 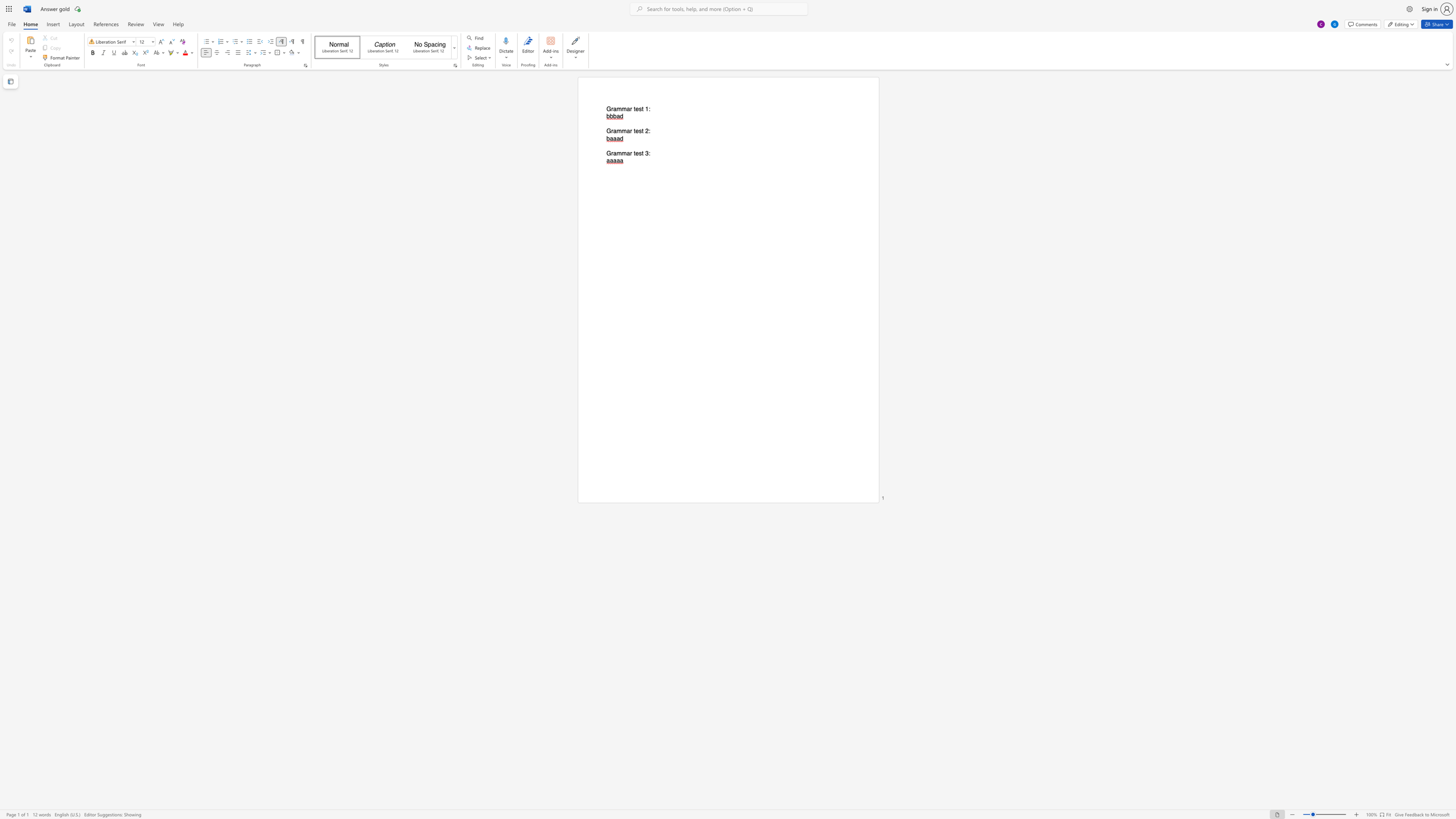 I want to click on the subset text "ar tes" within the text "Grammar test 2:", so click(x=626, y=131).